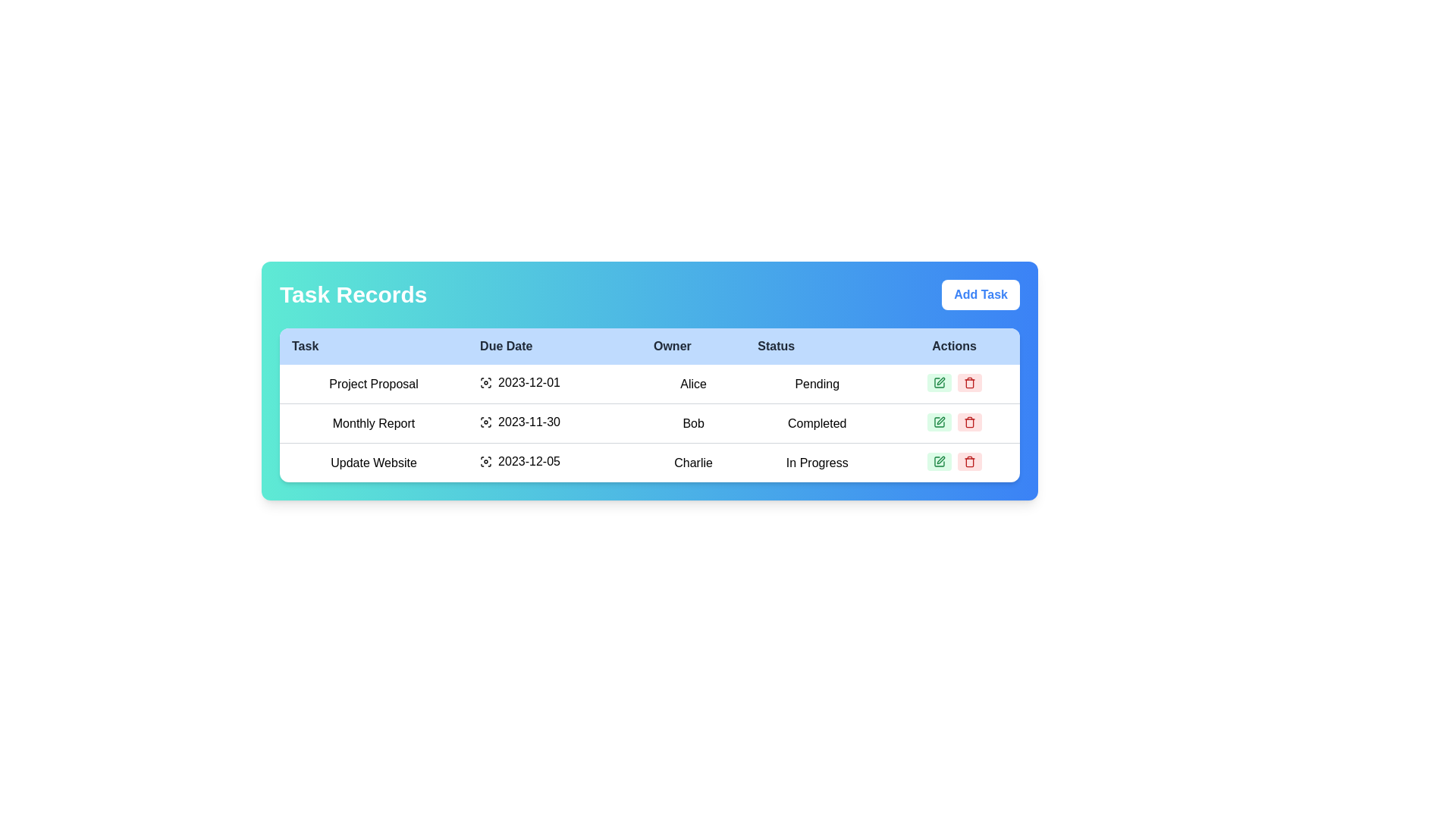 The height and width of the screenshot is (819, 1456). Describe the element at coordinates (939, 380) in the screenshot. I see `the pen-shaped icon in the 'Actions' column of the 'Task Records' section` at that location.